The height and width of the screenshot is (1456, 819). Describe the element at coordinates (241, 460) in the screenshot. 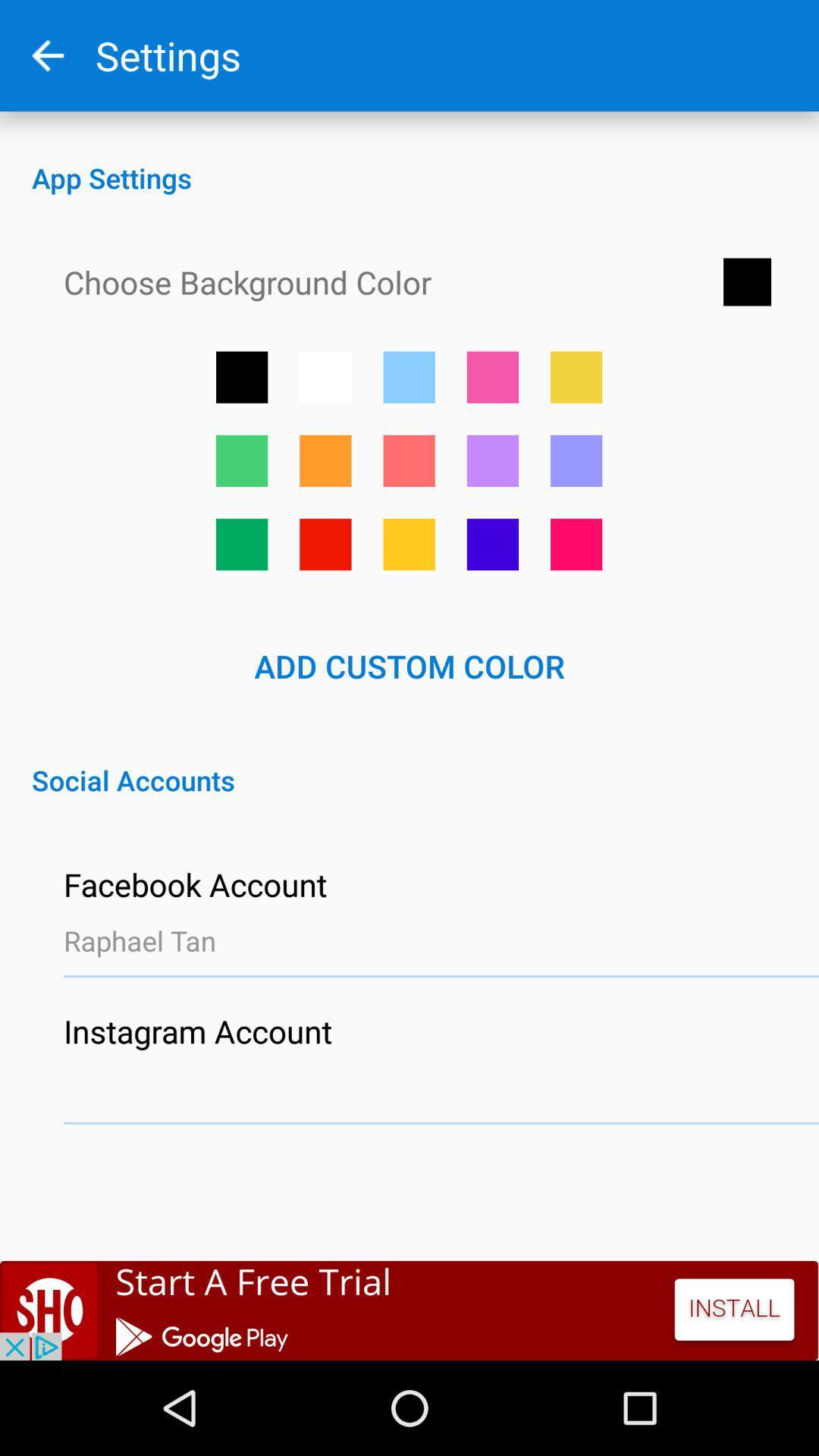

I see `background colour select` at that location.